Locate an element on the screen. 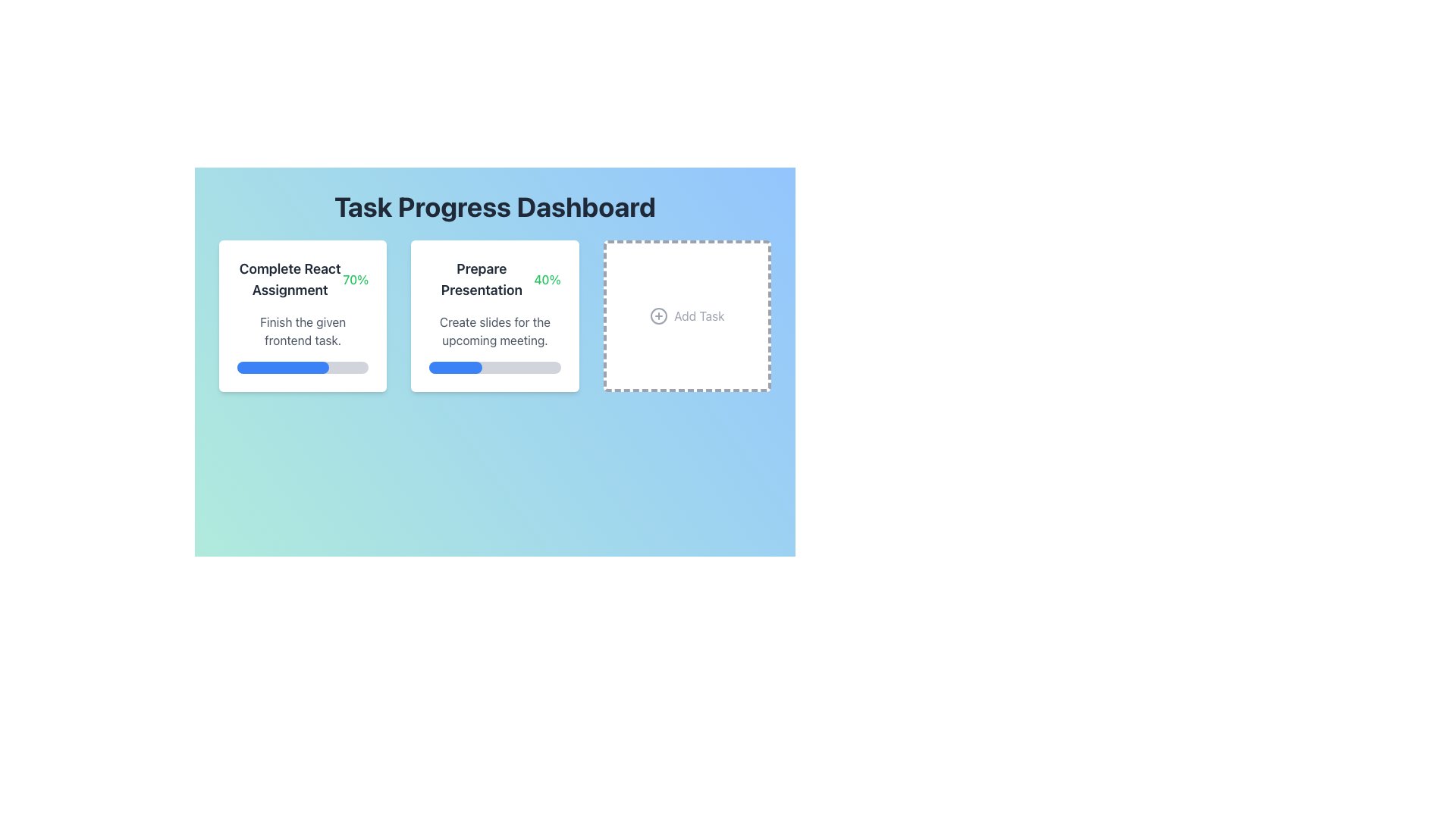 This screenshot has height=819, width=1456. the static text element that reads 'Create slides for the upcoming meeting.' located within the 'Prepare Presentation' card is located at coordinates (494, 330).